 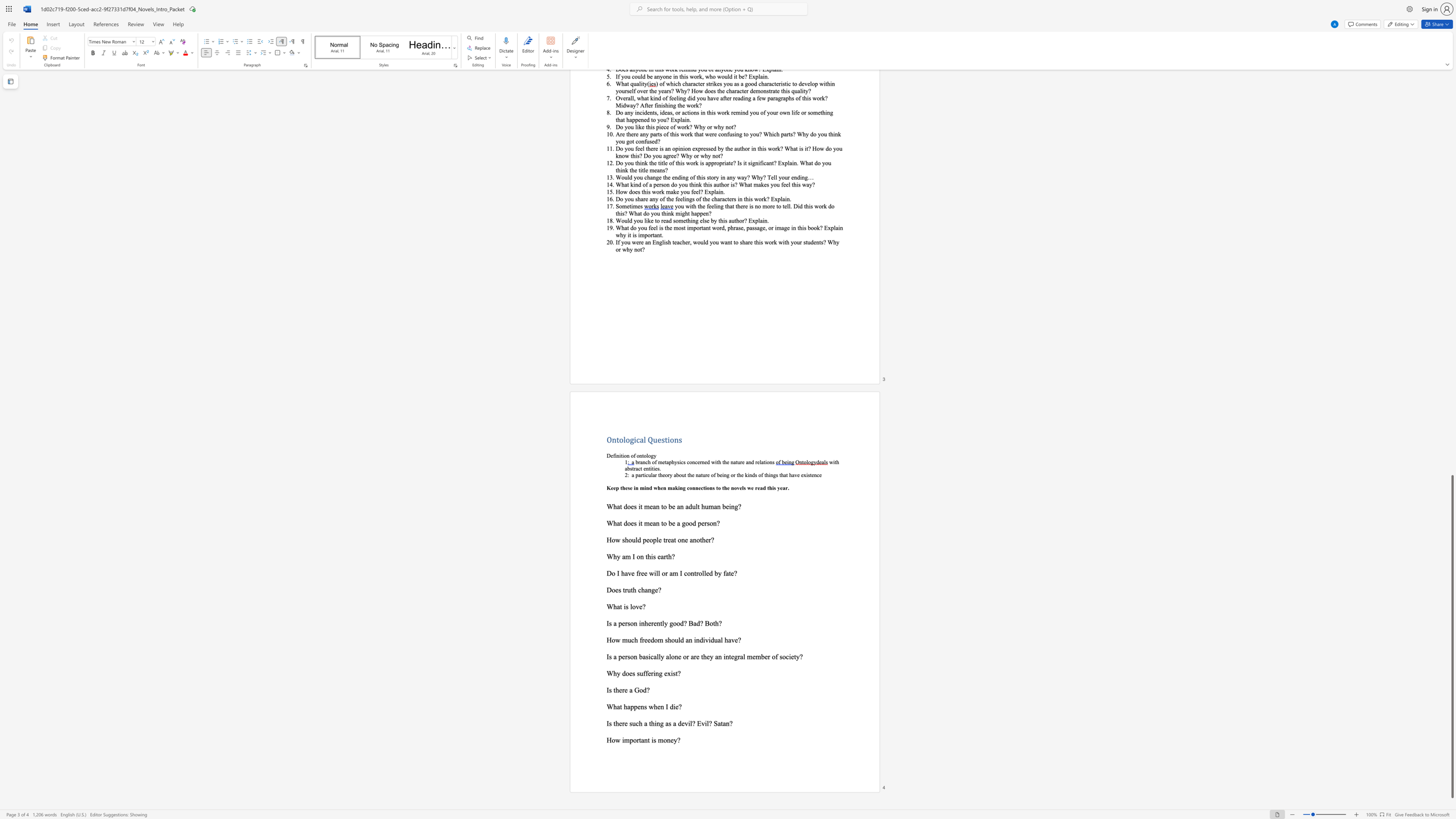 What do you see at coordinates (704, 640) in the screenshot?
I see `the 2th character "i" in the text` at bounding box center [704, 640].